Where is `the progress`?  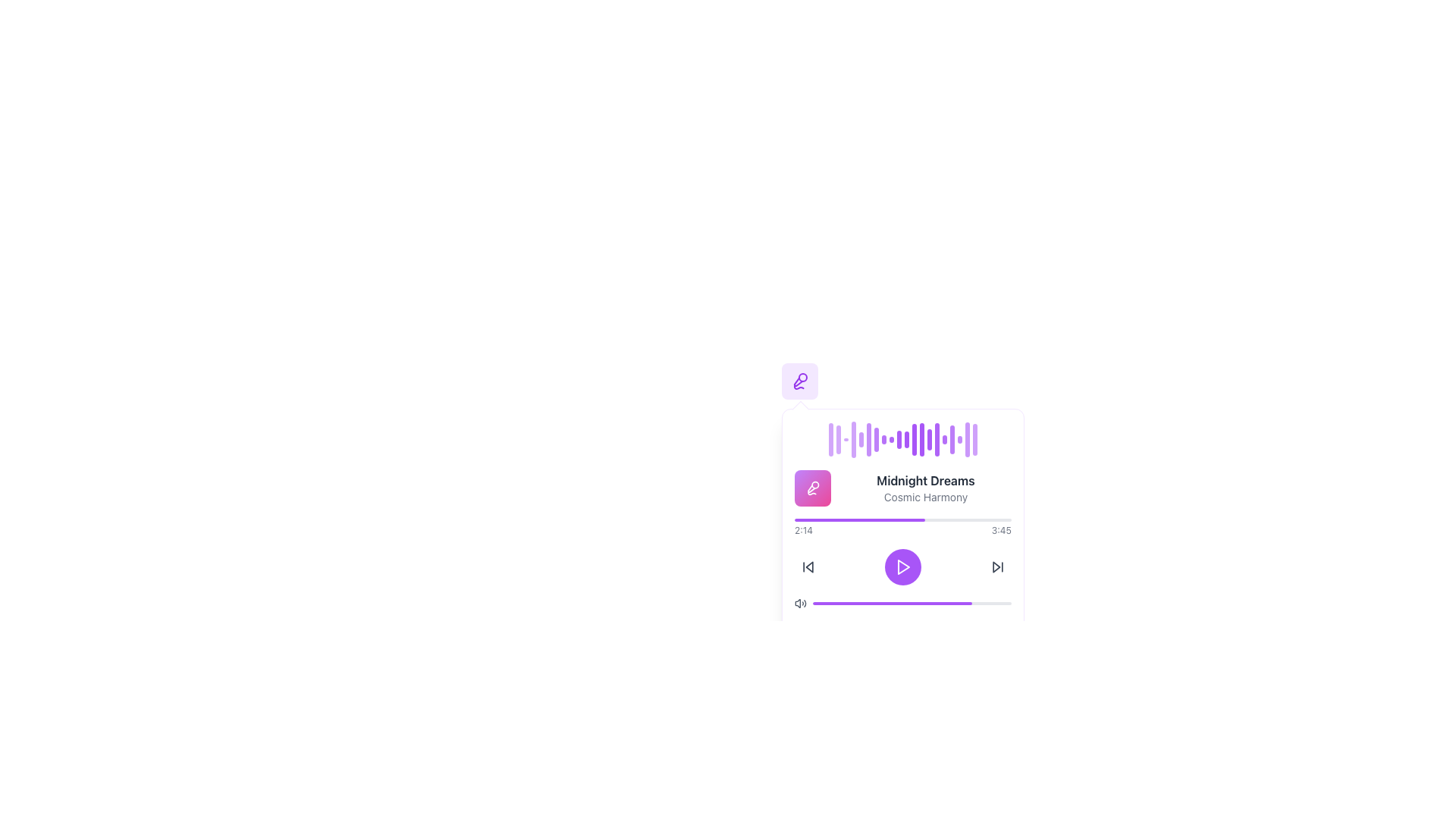
the progress is located at coordinates (898, 602).